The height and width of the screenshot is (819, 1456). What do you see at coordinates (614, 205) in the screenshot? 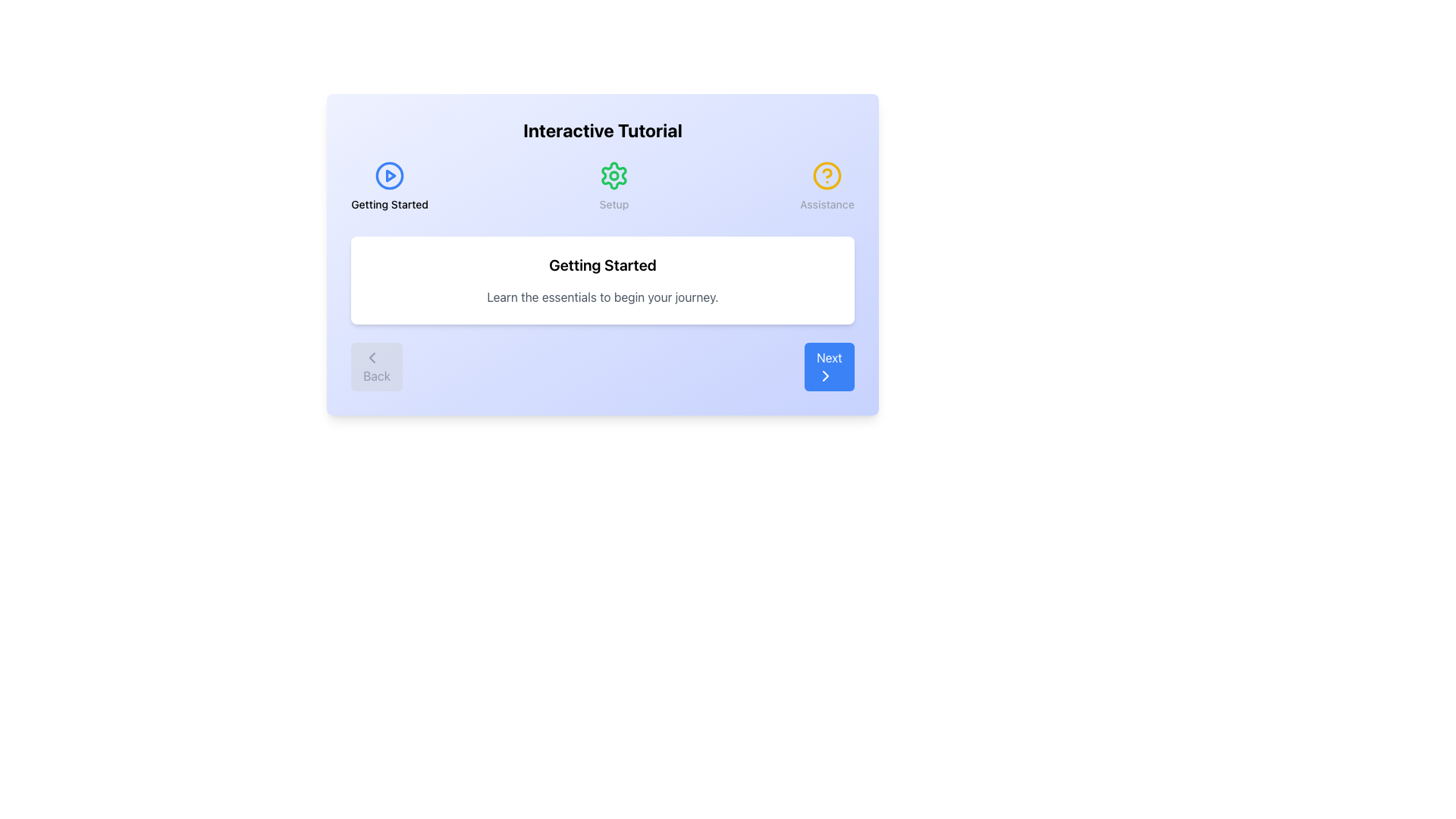
I see `the Static Text element labeled 'Setup', which is styled with a small font size and medium weight, located under a green settings icon` at bounding box center [614, 205].